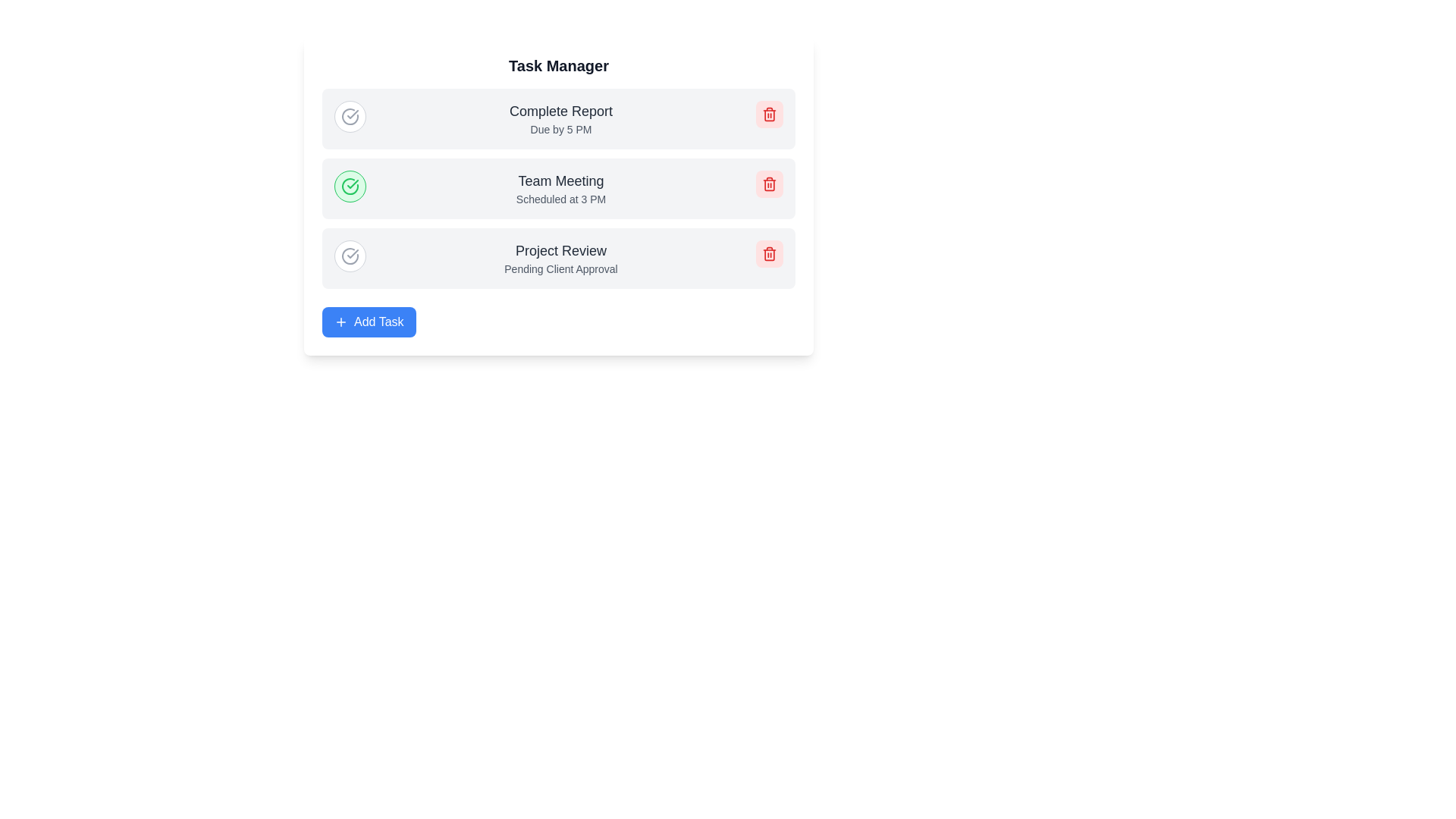  I want to click on the SVG icon indicating the status of the task, which is the first icon in the first column of the task list, positioned to the left of the 'Complete Report' text, so click(349, 116).